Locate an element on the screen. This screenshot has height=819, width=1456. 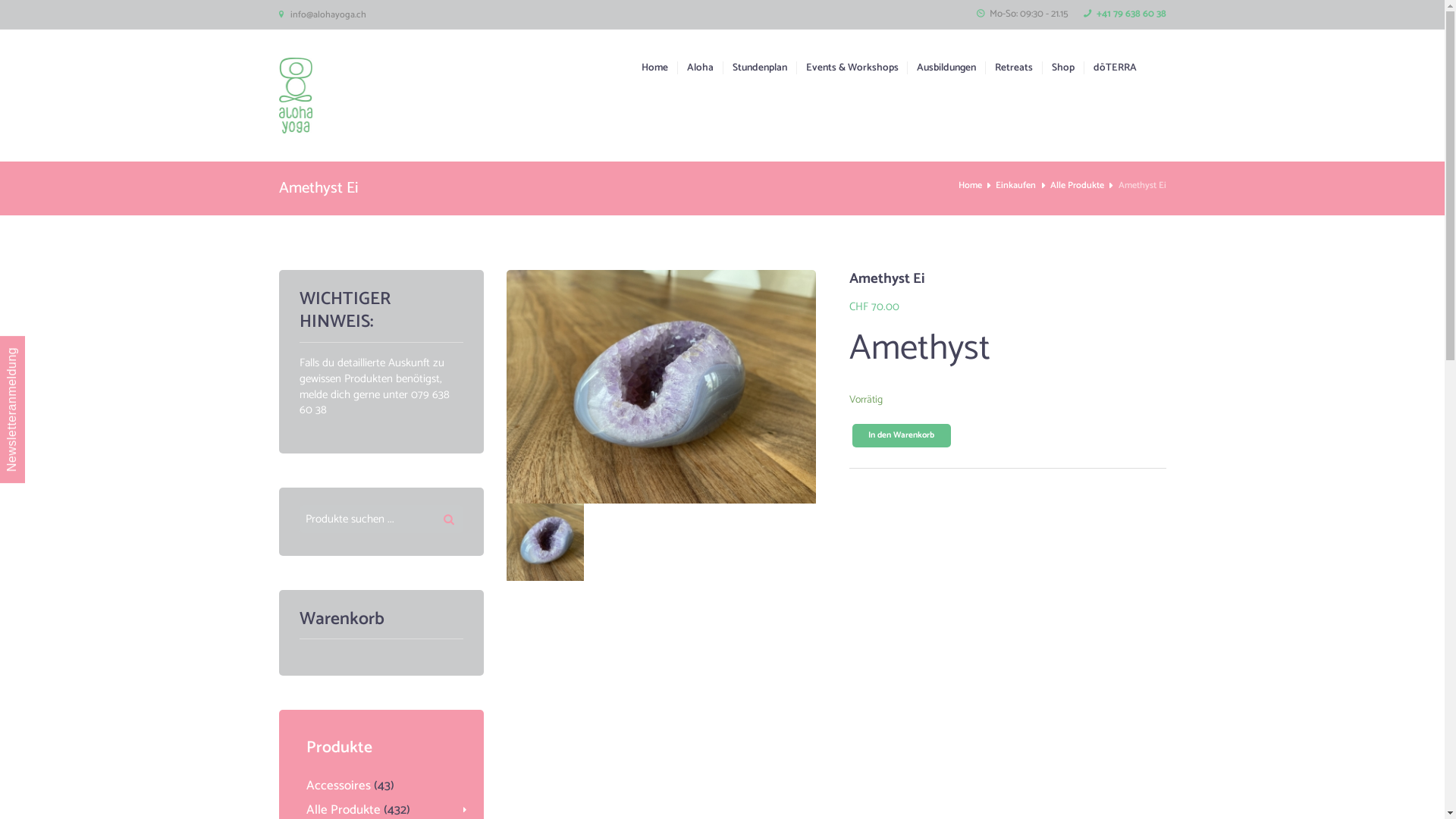
'In den Warenkorb' is located at coordinates (902, 435).